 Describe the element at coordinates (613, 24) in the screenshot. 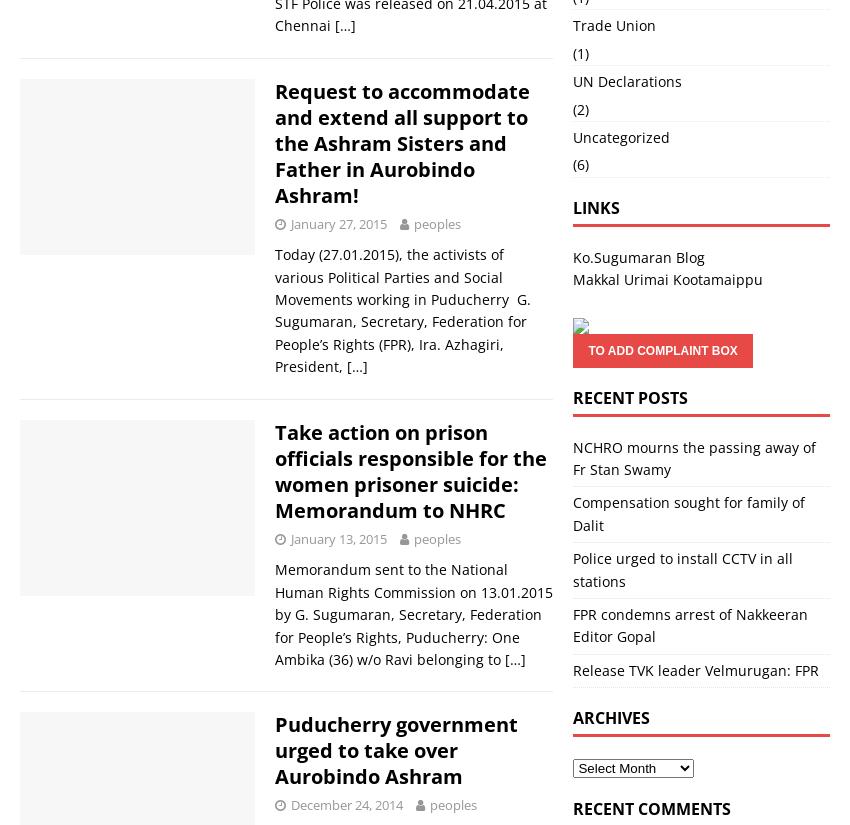

I see `'Trade Union'` at that location.